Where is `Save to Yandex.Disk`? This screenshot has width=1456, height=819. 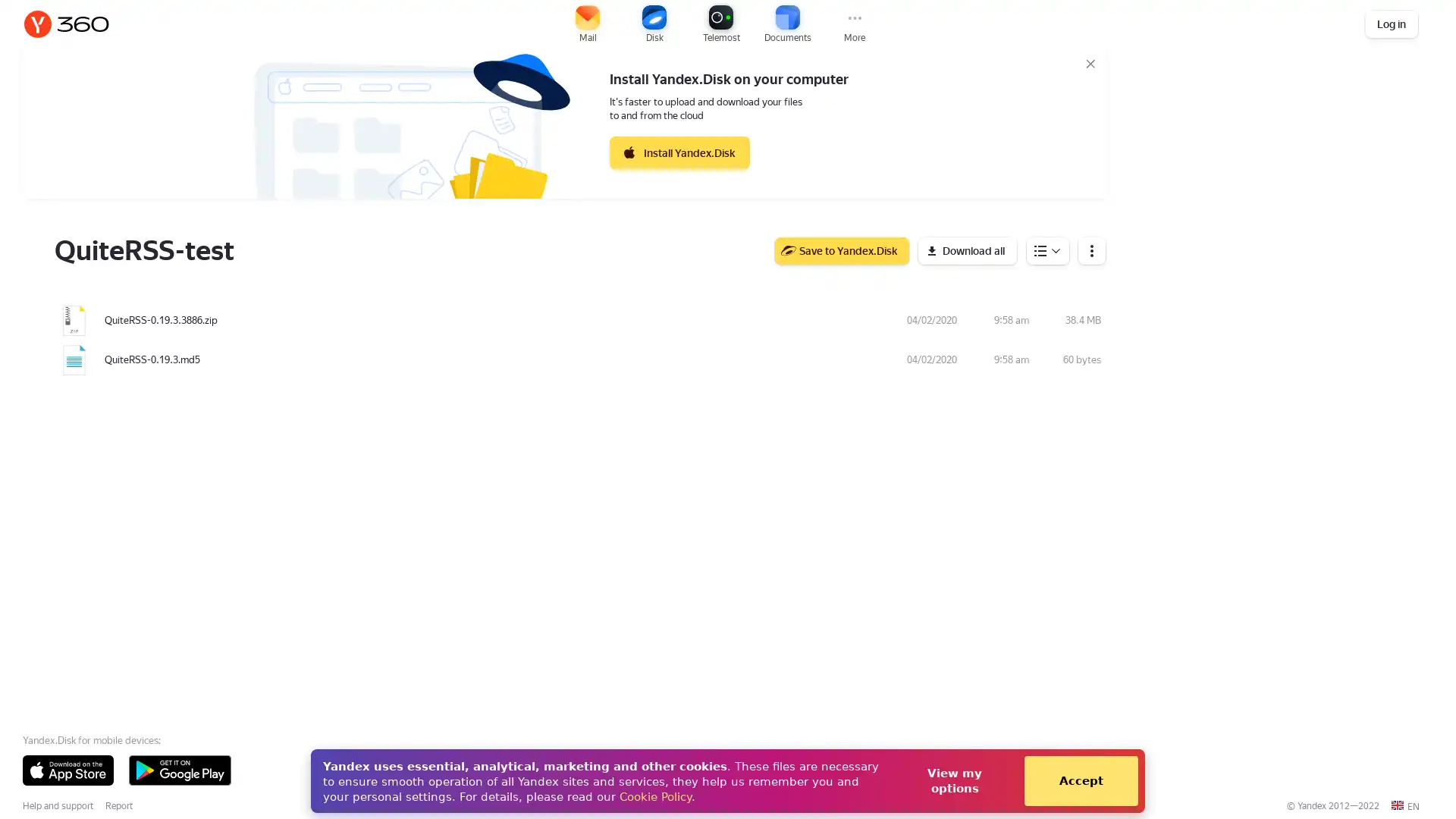 Save to Yandex.Disk is located at coordinates (841, 250).